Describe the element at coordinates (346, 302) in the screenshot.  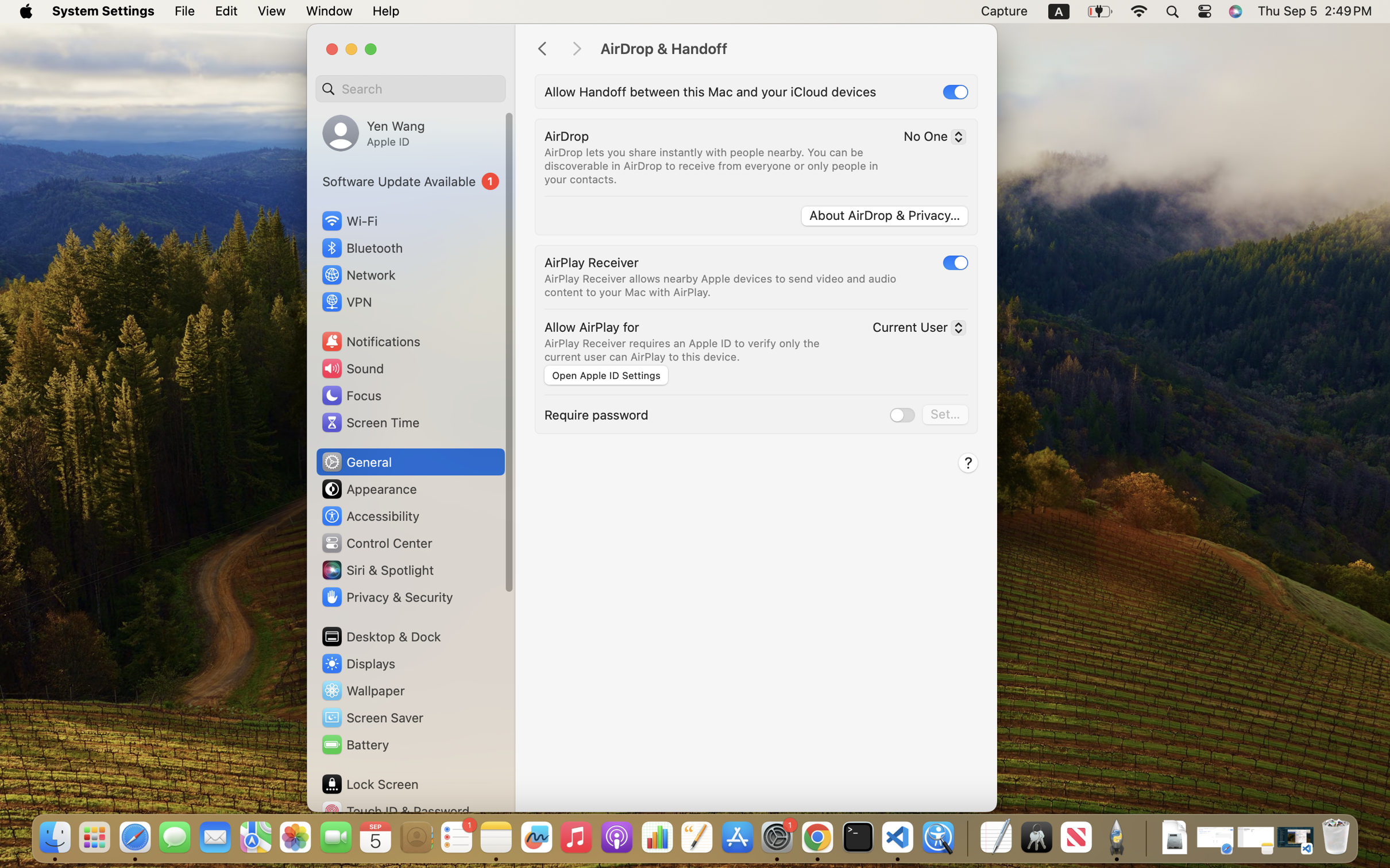
I see `'VPN'` at that location.